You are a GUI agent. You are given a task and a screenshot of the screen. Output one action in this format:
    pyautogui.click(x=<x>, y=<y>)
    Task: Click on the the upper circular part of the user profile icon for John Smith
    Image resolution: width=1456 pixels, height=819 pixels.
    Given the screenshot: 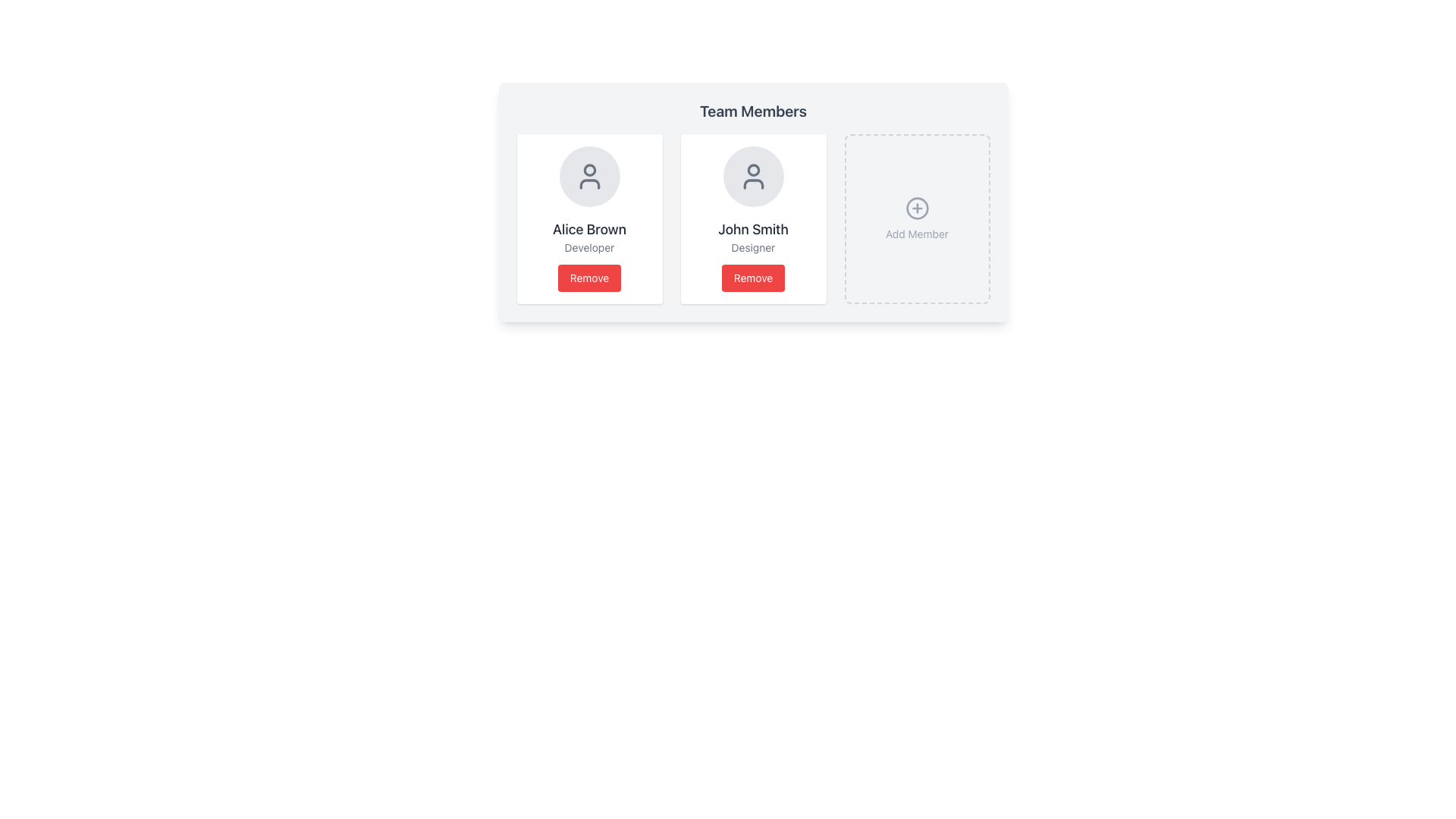 What is the action you would take?
    pyautogui.click(x=753, y=170)
    